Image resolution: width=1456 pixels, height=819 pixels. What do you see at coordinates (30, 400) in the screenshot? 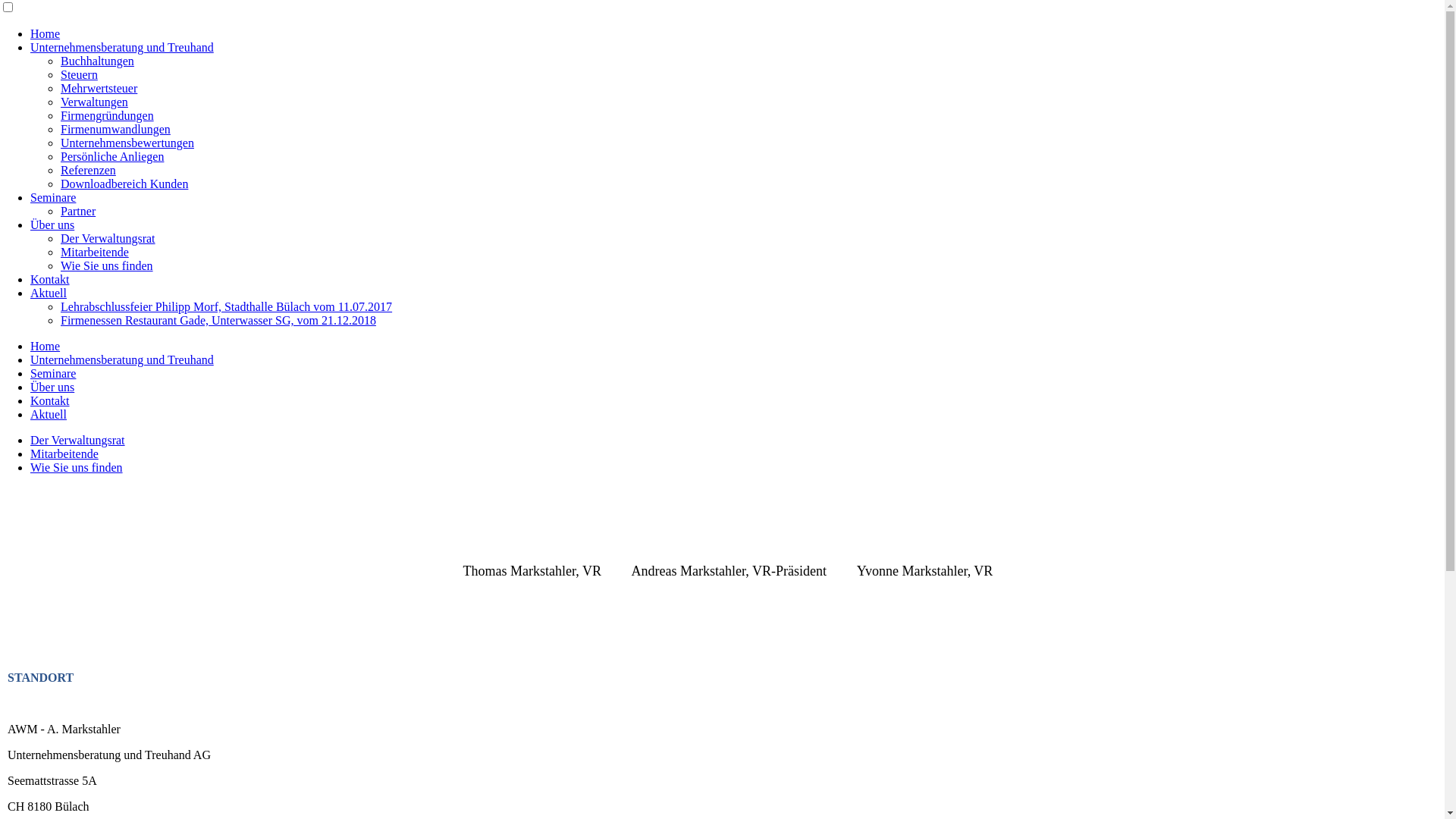
I see `'Kontakt'` at bounding box center [30, 400].